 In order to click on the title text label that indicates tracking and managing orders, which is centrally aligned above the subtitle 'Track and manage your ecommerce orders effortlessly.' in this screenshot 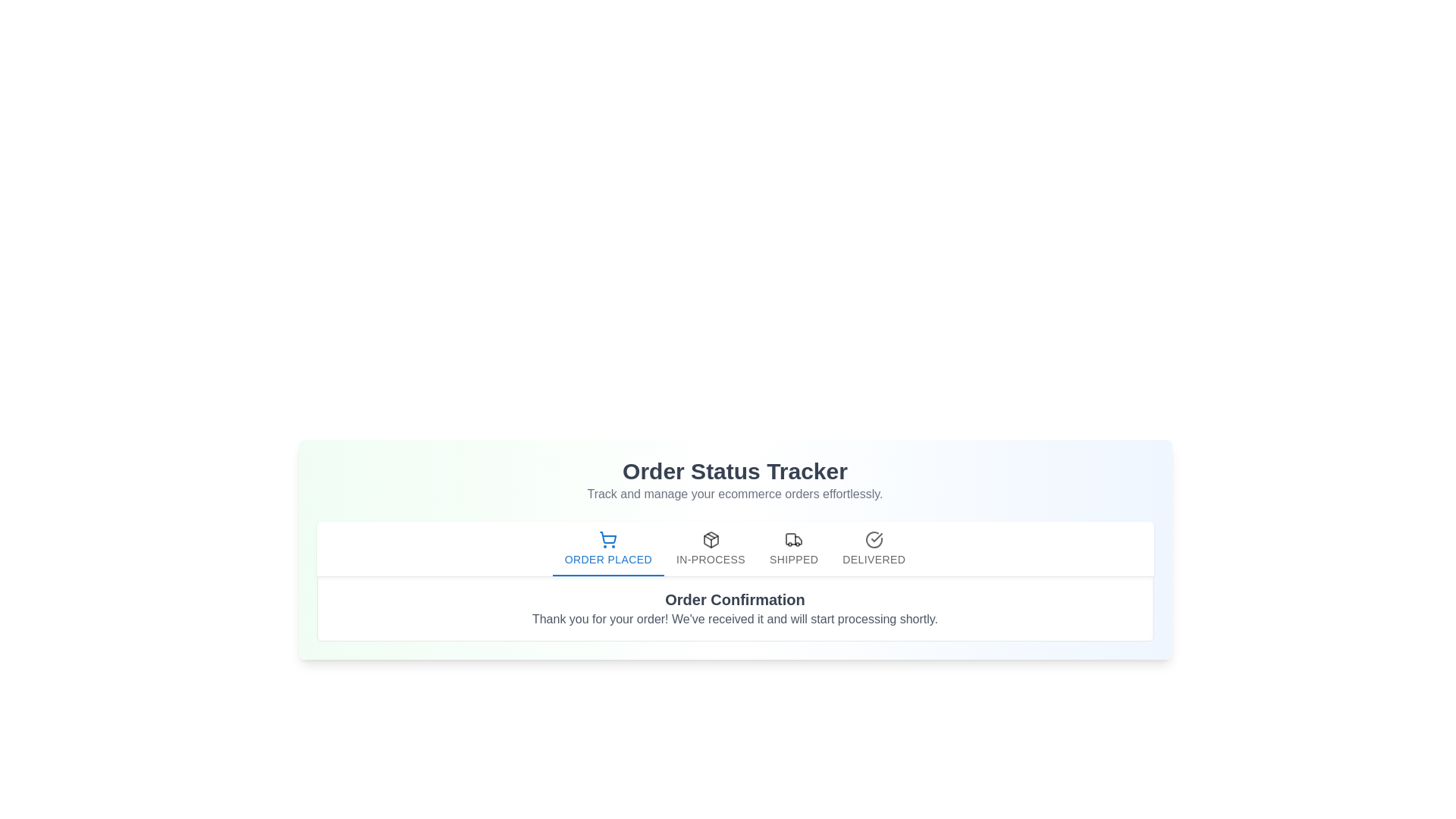, I will do `click(735, 470)`.